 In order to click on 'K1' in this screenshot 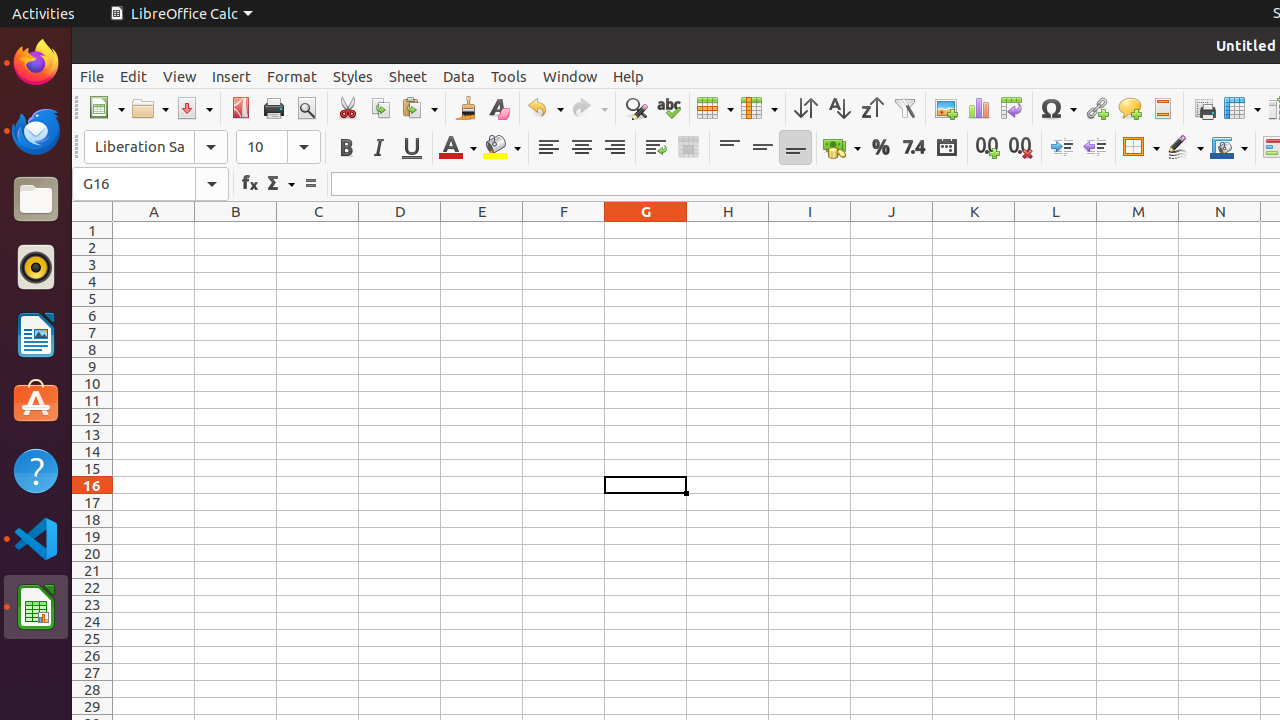, I will do `click(973, 229)`.